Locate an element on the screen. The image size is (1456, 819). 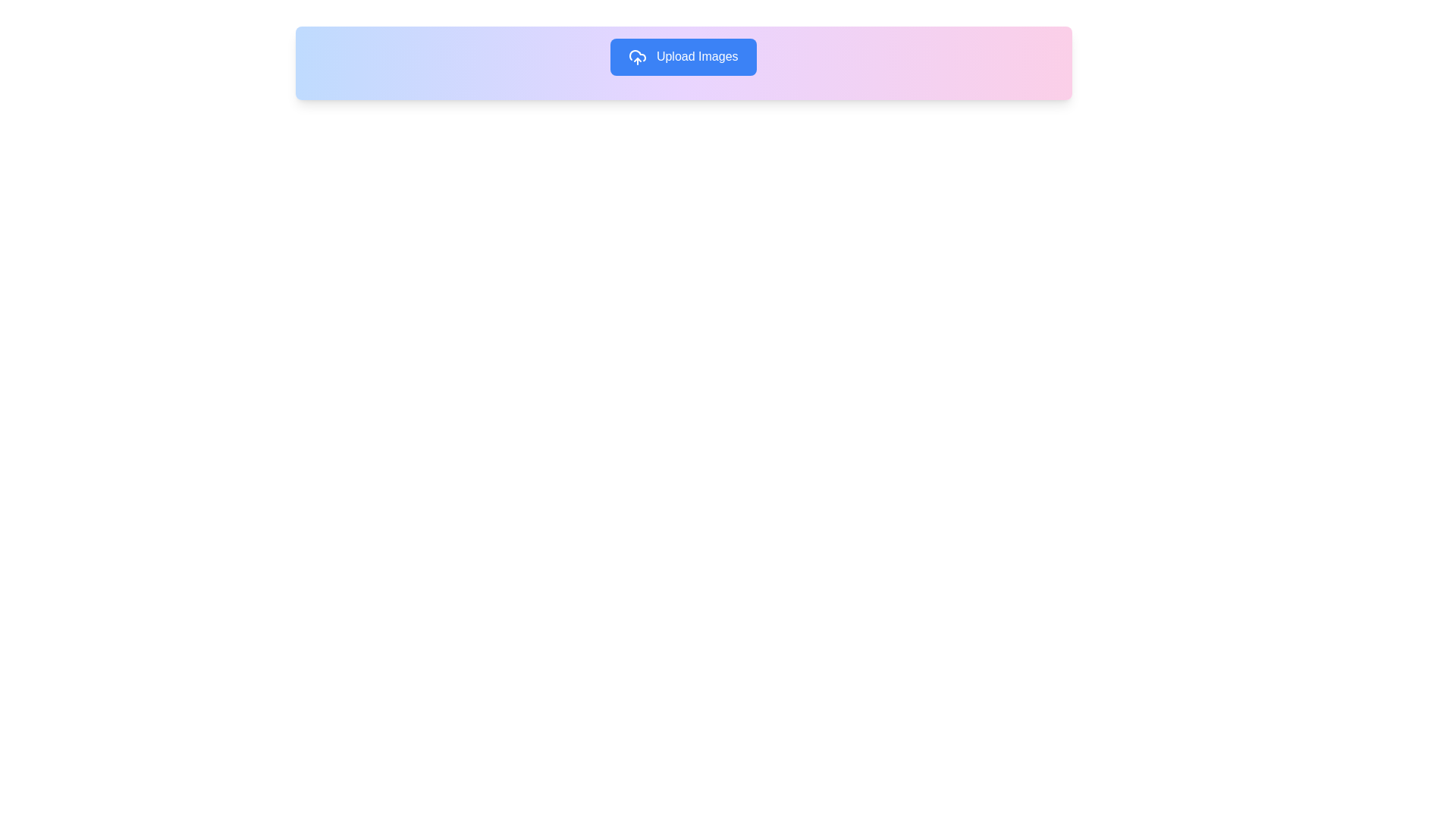
the 'Upload Images' button with a blue background and white text, which is centered in the gradient header section is located at coordinates (682, 56).